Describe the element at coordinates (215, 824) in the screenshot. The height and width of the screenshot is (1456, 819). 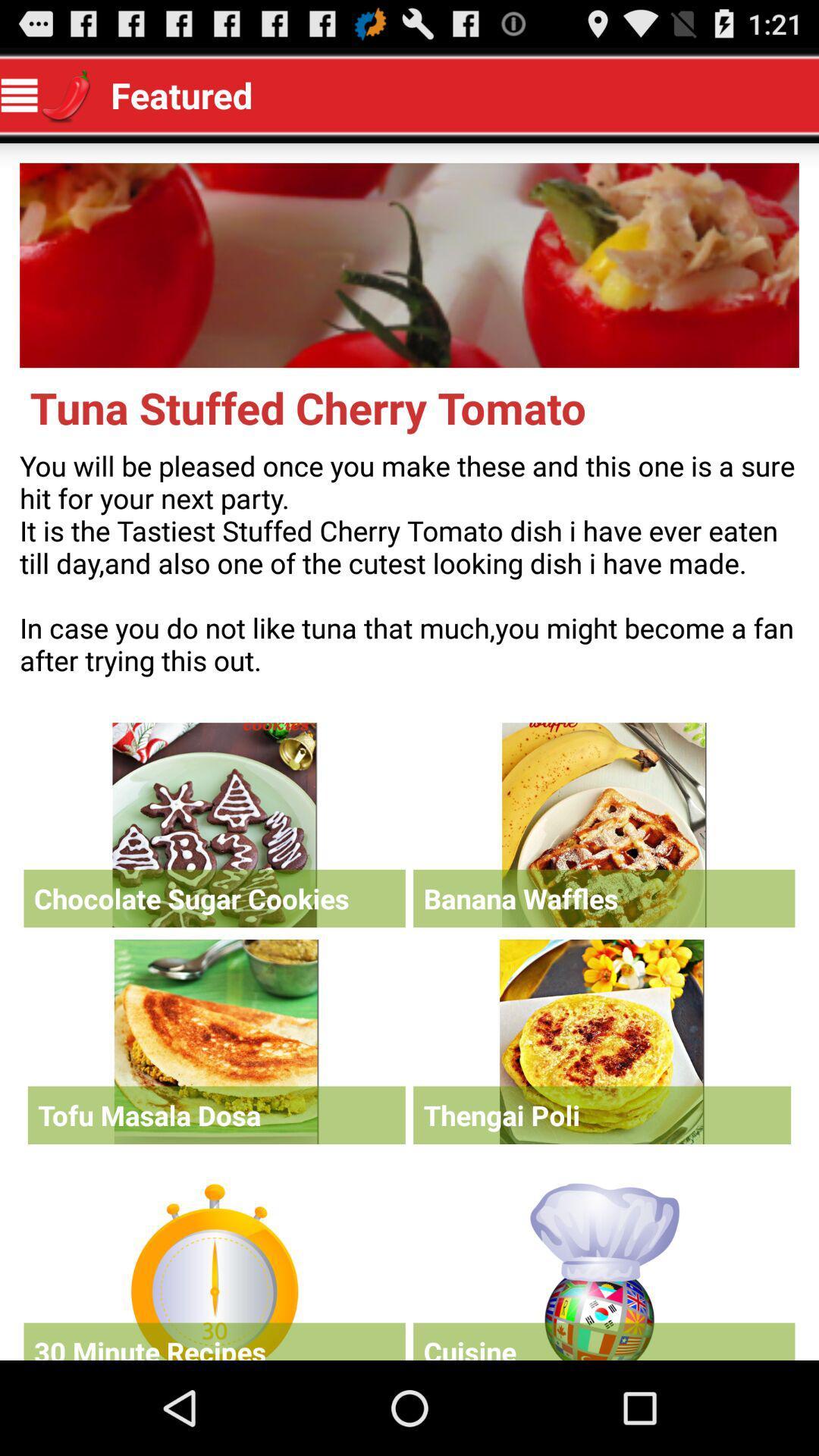
I see `recipe selection` at that location.